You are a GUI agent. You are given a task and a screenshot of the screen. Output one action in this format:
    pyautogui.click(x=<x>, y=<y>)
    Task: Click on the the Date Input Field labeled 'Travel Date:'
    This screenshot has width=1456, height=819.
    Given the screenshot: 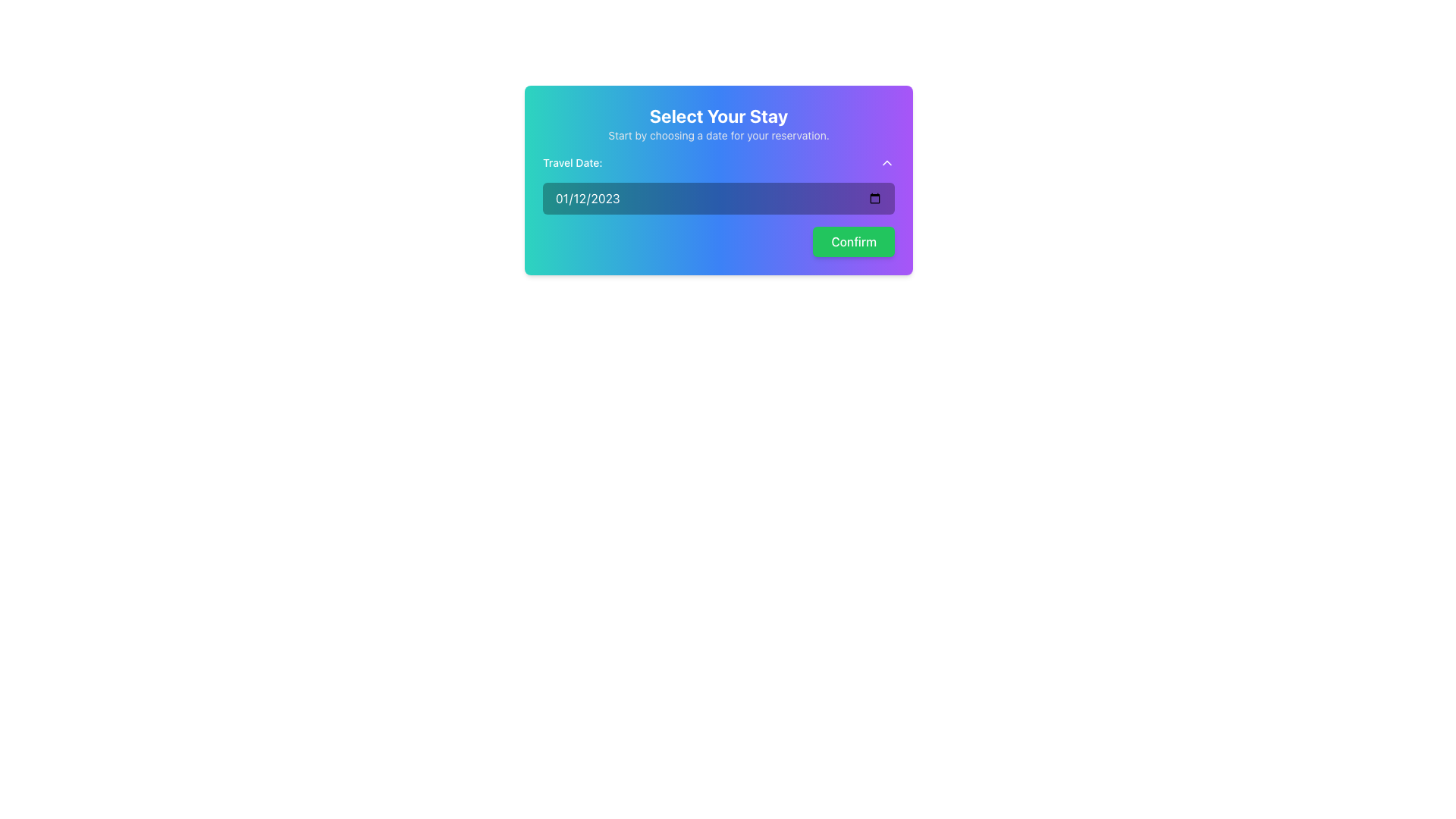 What is the action you would take?
    pyautogui.click(x=718, y=184)
    